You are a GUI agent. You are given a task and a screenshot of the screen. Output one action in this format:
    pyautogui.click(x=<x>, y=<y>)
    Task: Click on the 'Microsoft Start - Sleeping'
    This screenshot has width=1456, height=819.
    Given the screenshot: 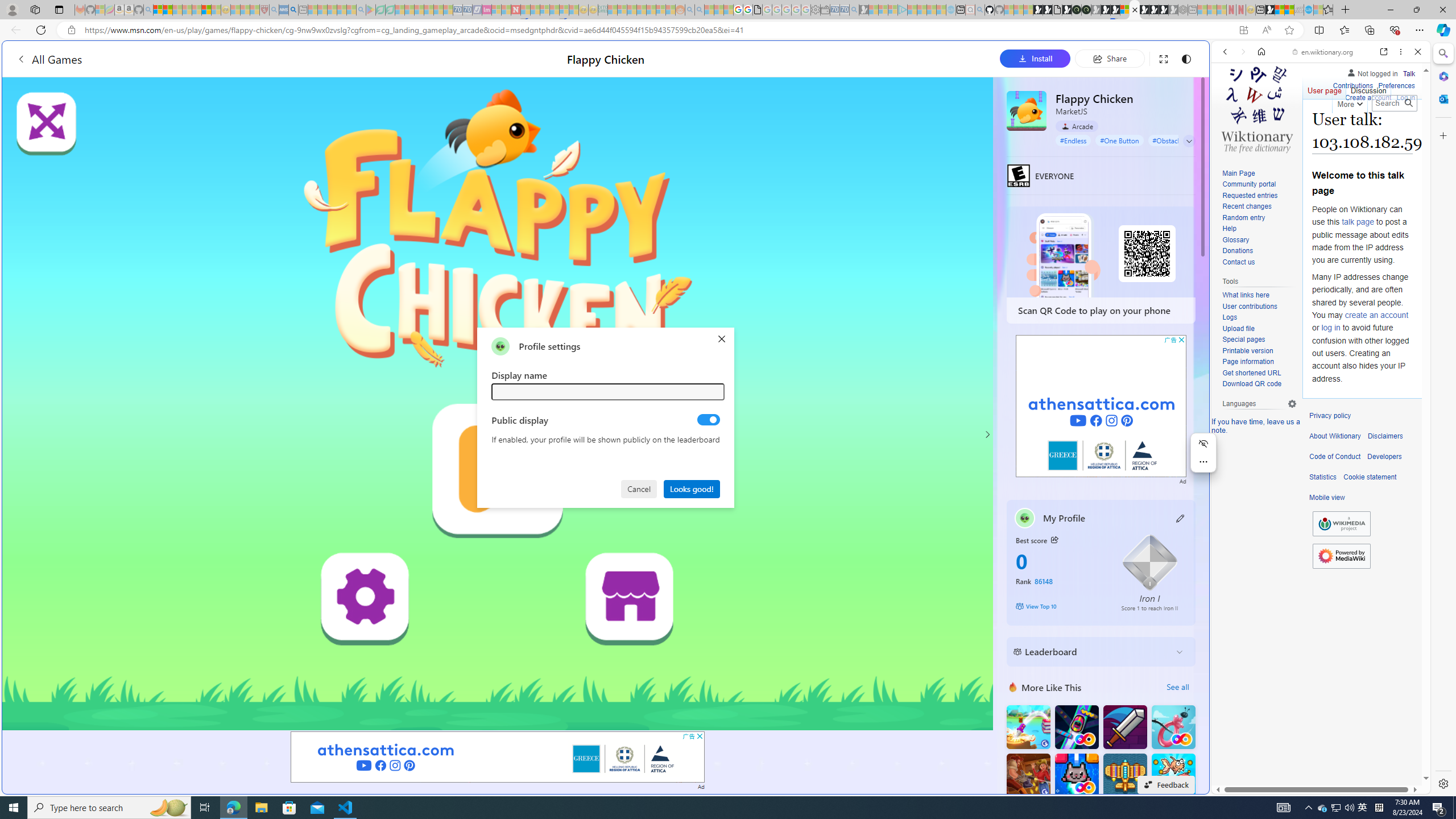 What is the action you would take?
    pyautogui.click(x=930, y=9)
    